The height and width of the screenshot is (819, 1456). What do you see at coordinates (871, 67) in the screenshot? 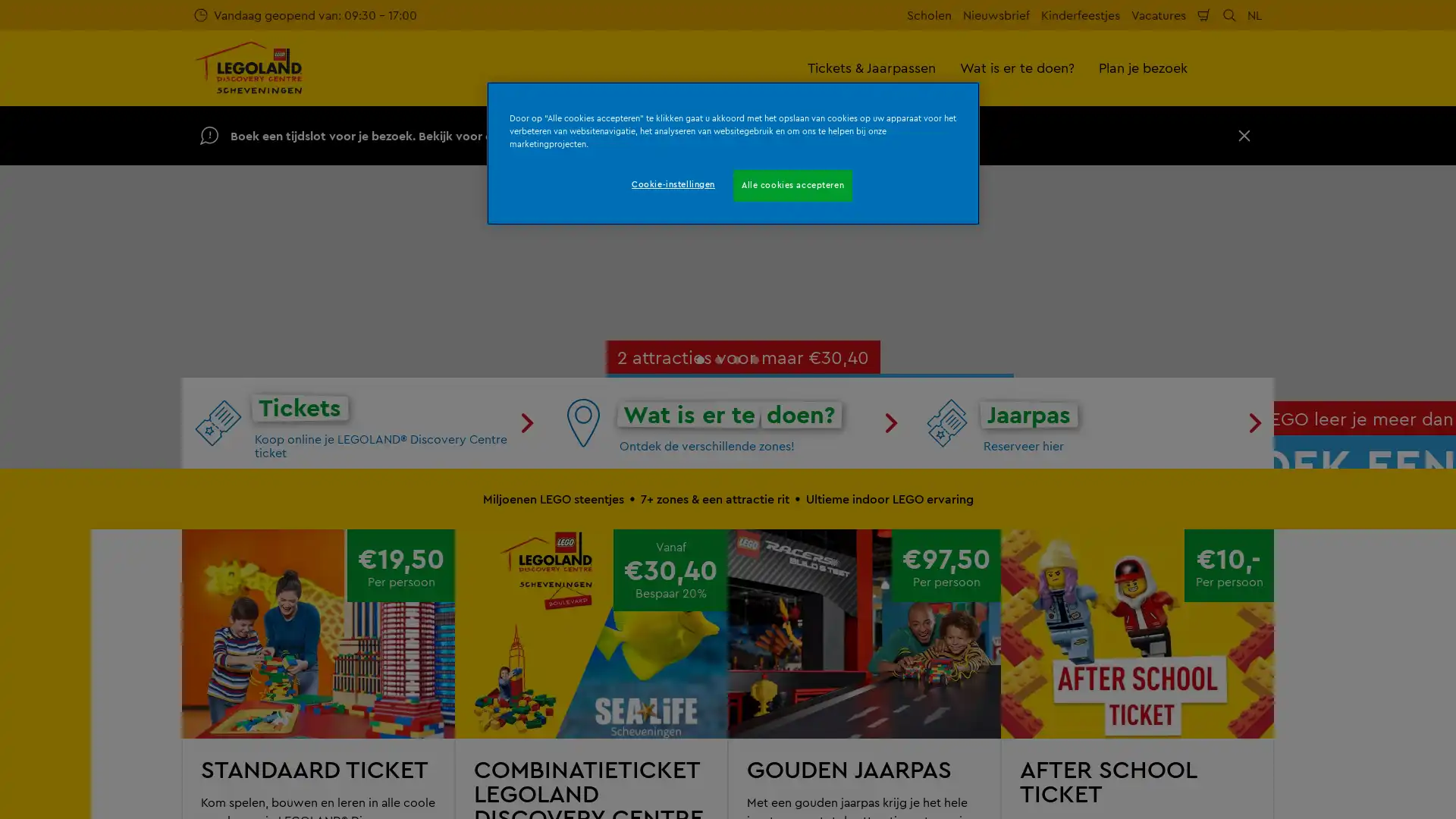
I see `Tickets & Jaarpassen` at bounding box center [871, 67].